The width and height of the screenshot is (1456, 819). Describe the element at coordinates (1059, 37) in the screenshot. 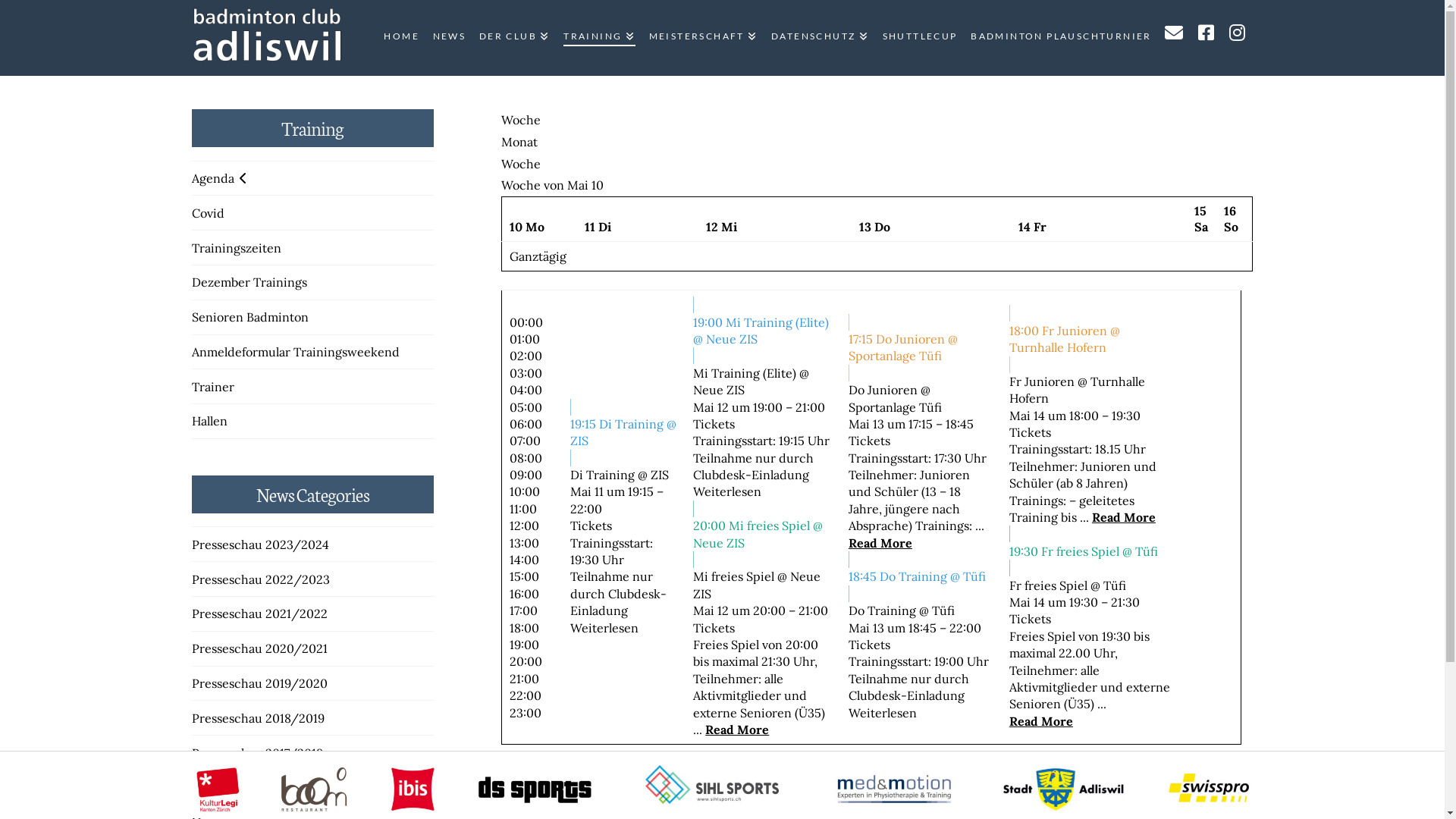

I see `'BADMINTON PLAUSCHTURNIER'` at that location.